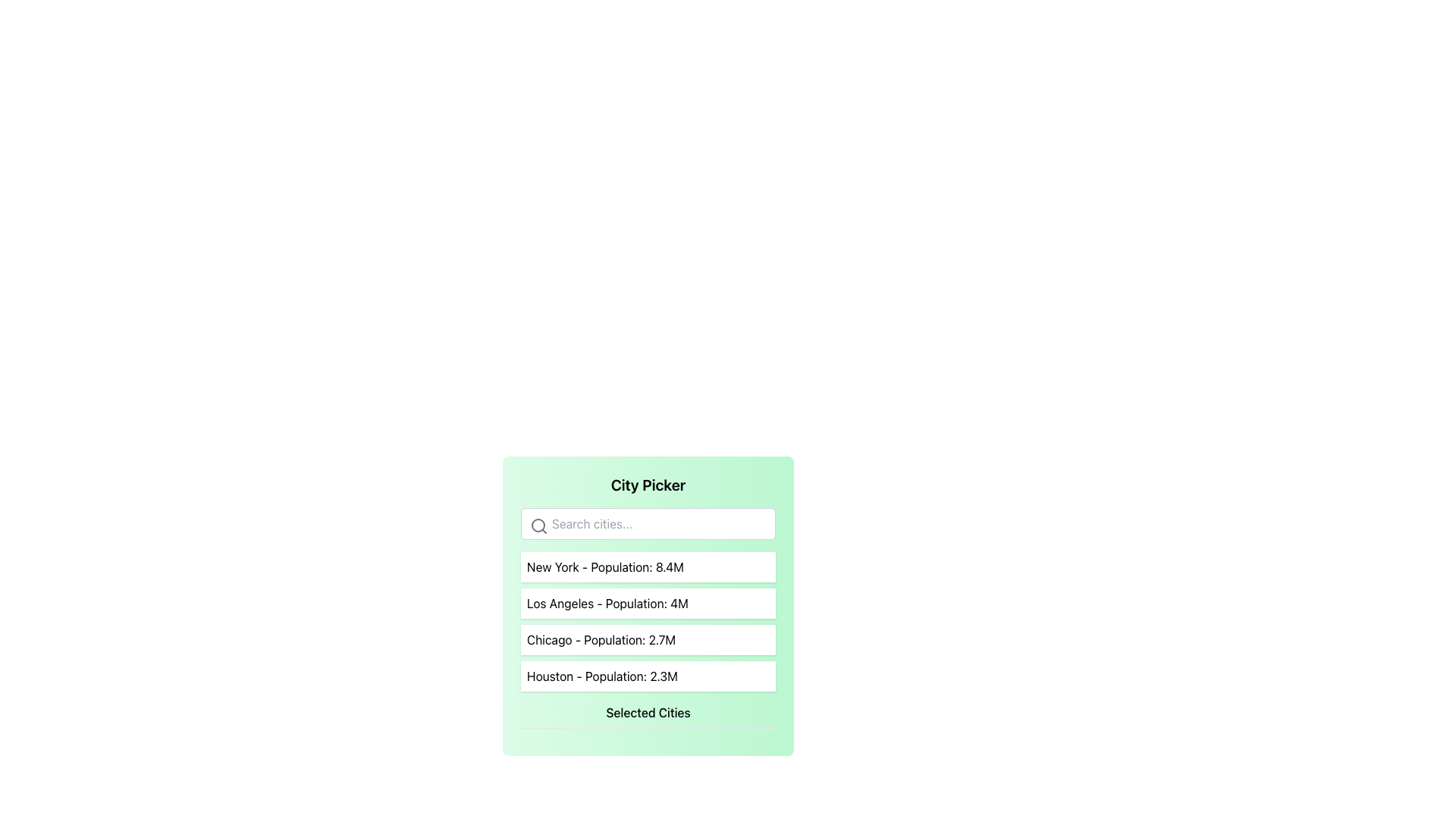 Image resolution: width=1456 pixels, height=819 pixels. What do you see at coordinates (648, 675) in the screenshot?
I see `the static text block displaying the name of the city and its population, which is the fourth item in a vertical list of cities` at bounding box center [648, 675].